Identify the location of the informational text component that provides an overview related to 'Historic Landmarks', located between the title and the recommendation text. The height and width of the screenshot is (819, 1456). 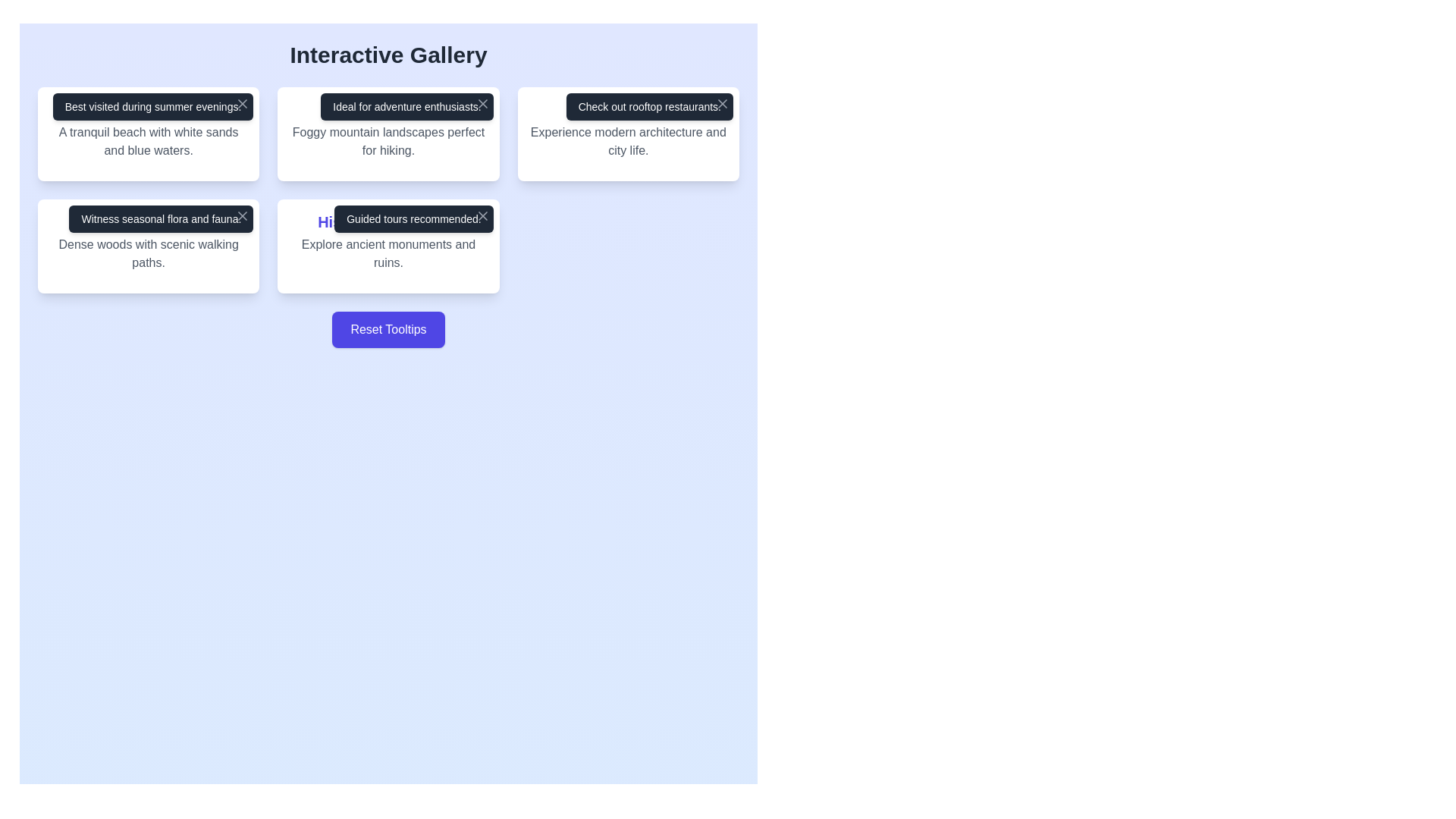
(388, 253).